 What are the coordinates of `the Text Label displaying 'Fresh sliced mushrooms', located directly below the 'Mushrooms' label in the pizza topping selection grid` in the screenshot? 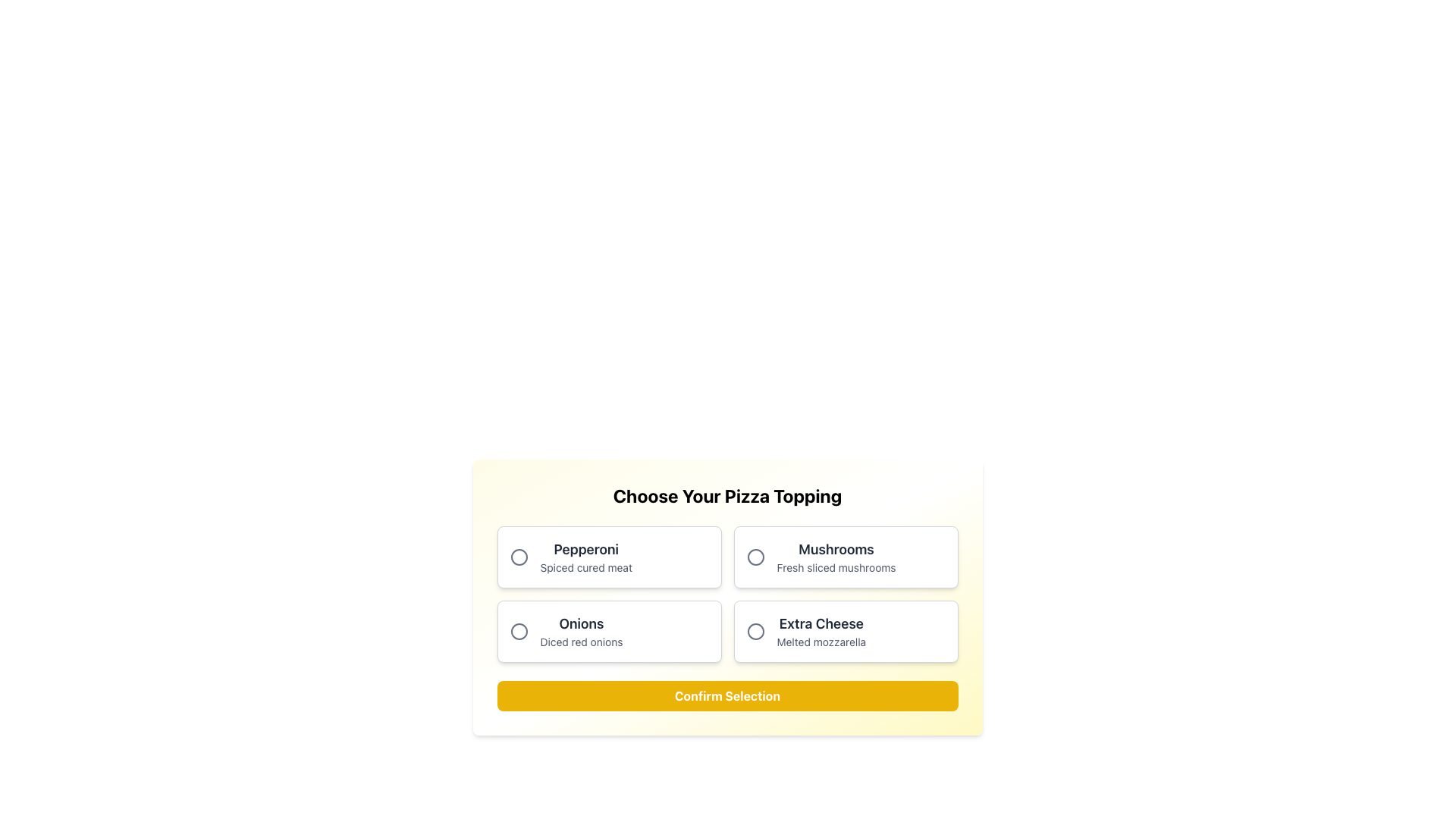 It's located at (836, 567).